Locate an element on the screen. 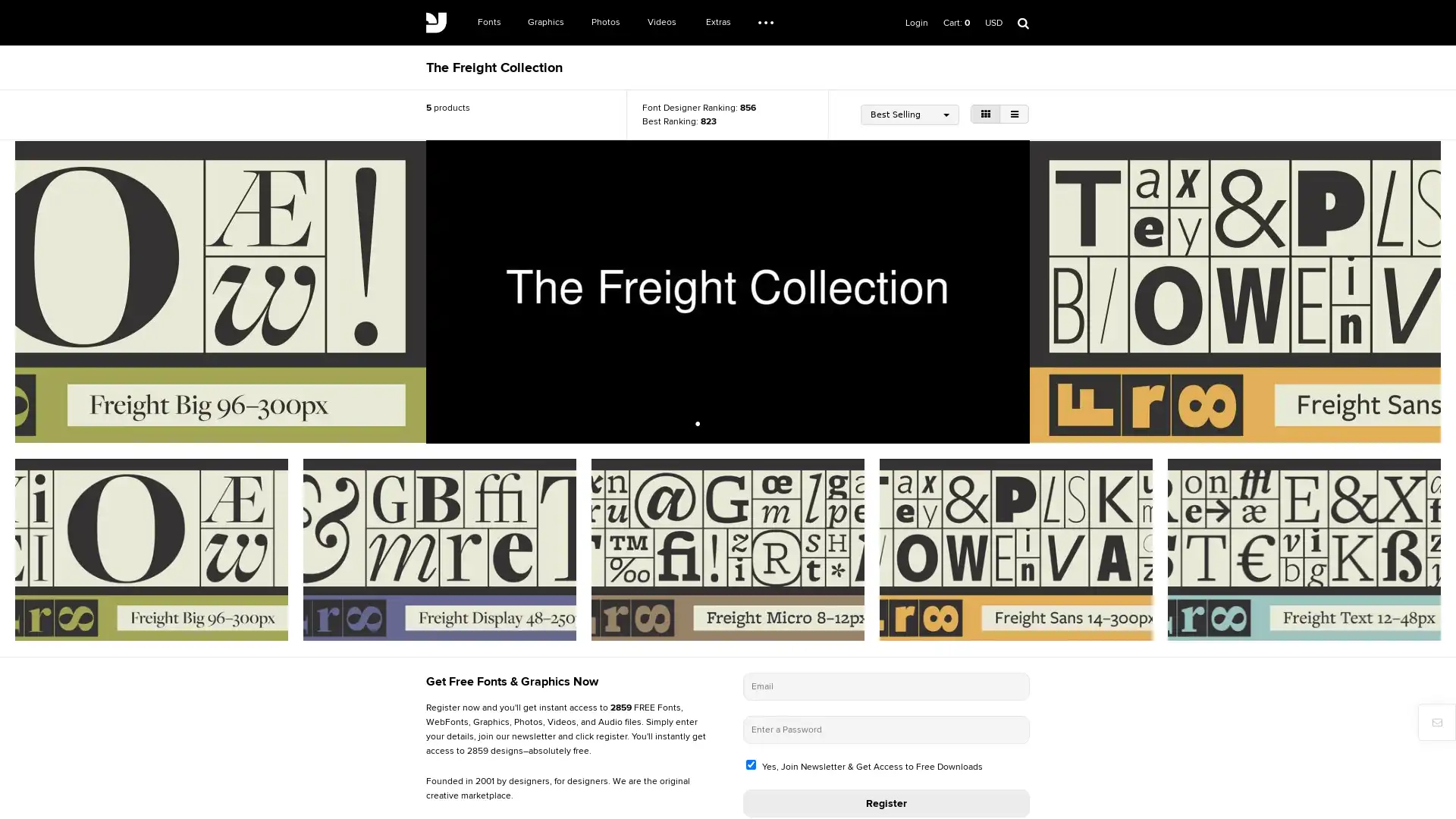 The image size is (1456, 819). Best Selling is located at coordinates (910, 114).